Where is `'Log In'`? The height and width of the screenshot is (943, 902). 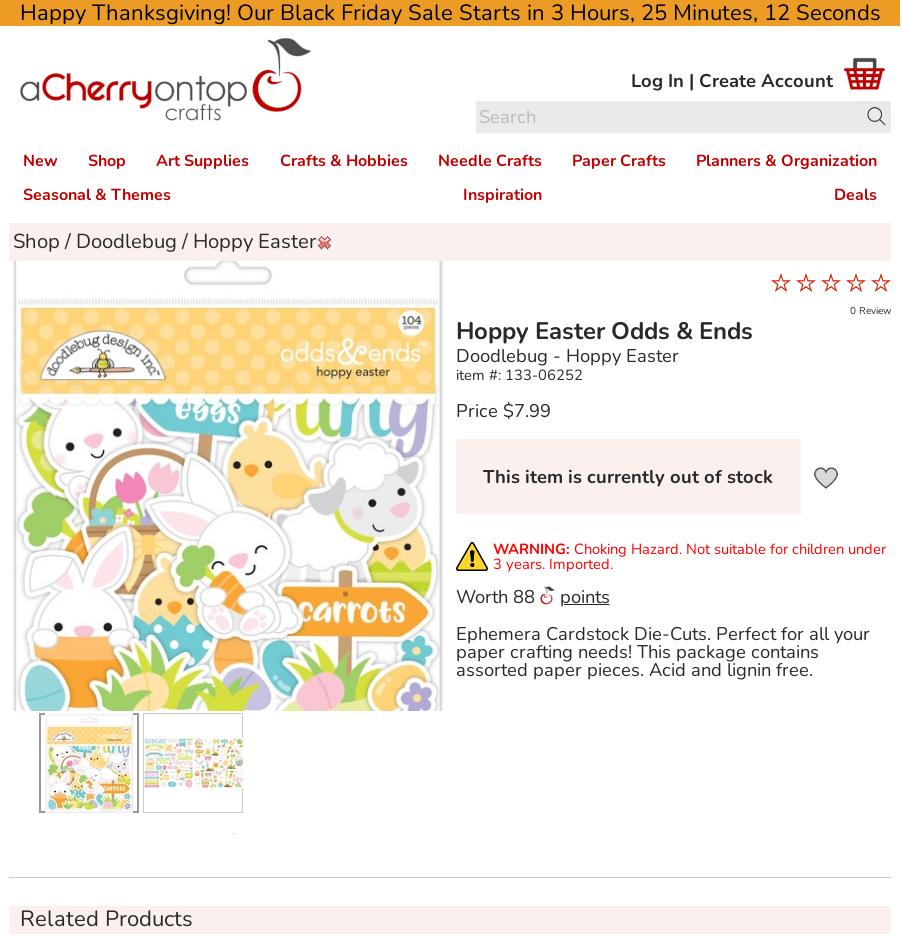
'Log In' is located at coordinates (656, 78).